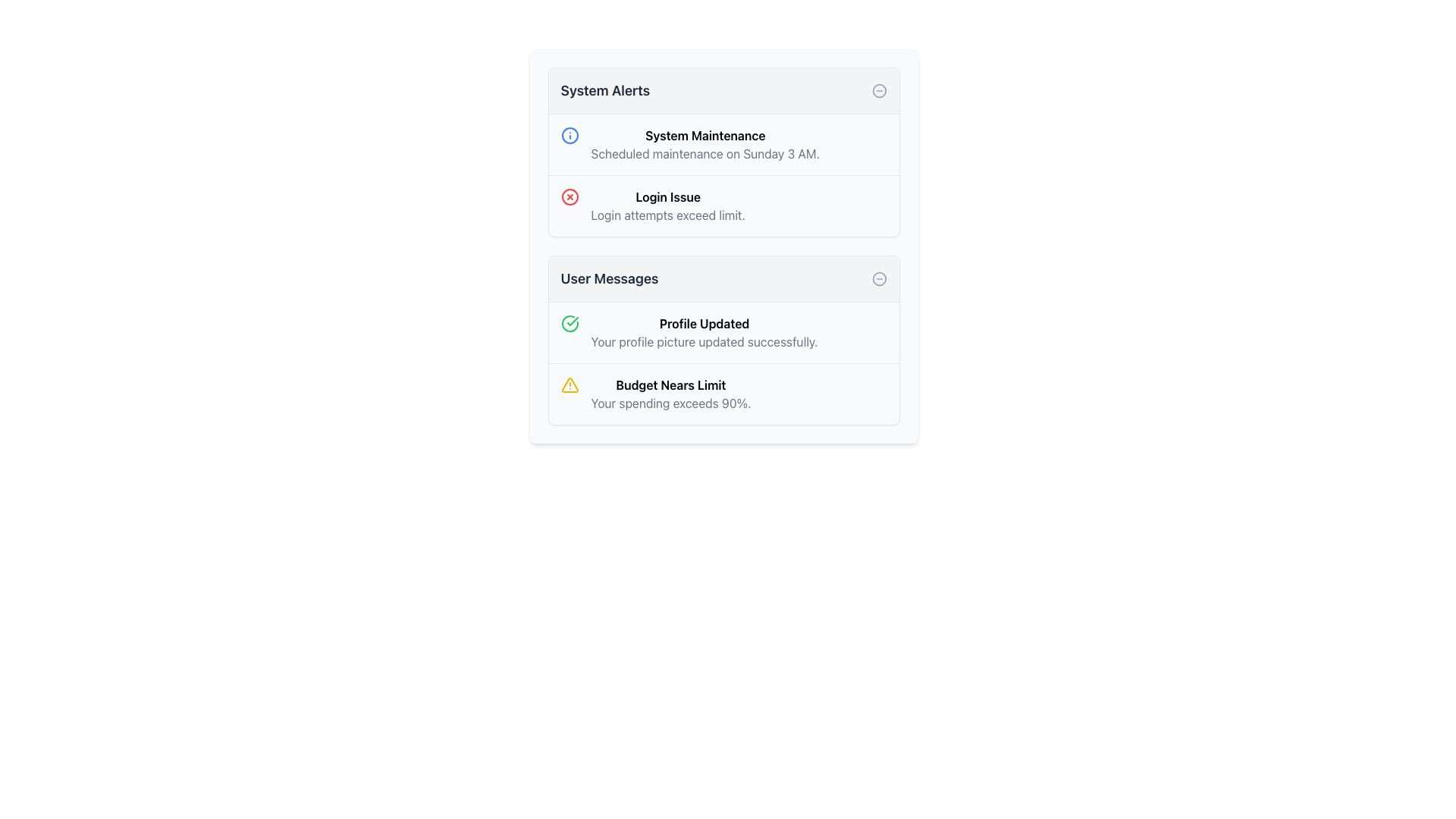 The width and height of the screenshot is (1456, 819). What do you see at coordinates (704, 332) in the screenshot?
I see `the Notification message titled 'Profile Updated' which is the first message in the 'User Messages' section located beneath 'System Alerts'` at bounding box center [704, 332].